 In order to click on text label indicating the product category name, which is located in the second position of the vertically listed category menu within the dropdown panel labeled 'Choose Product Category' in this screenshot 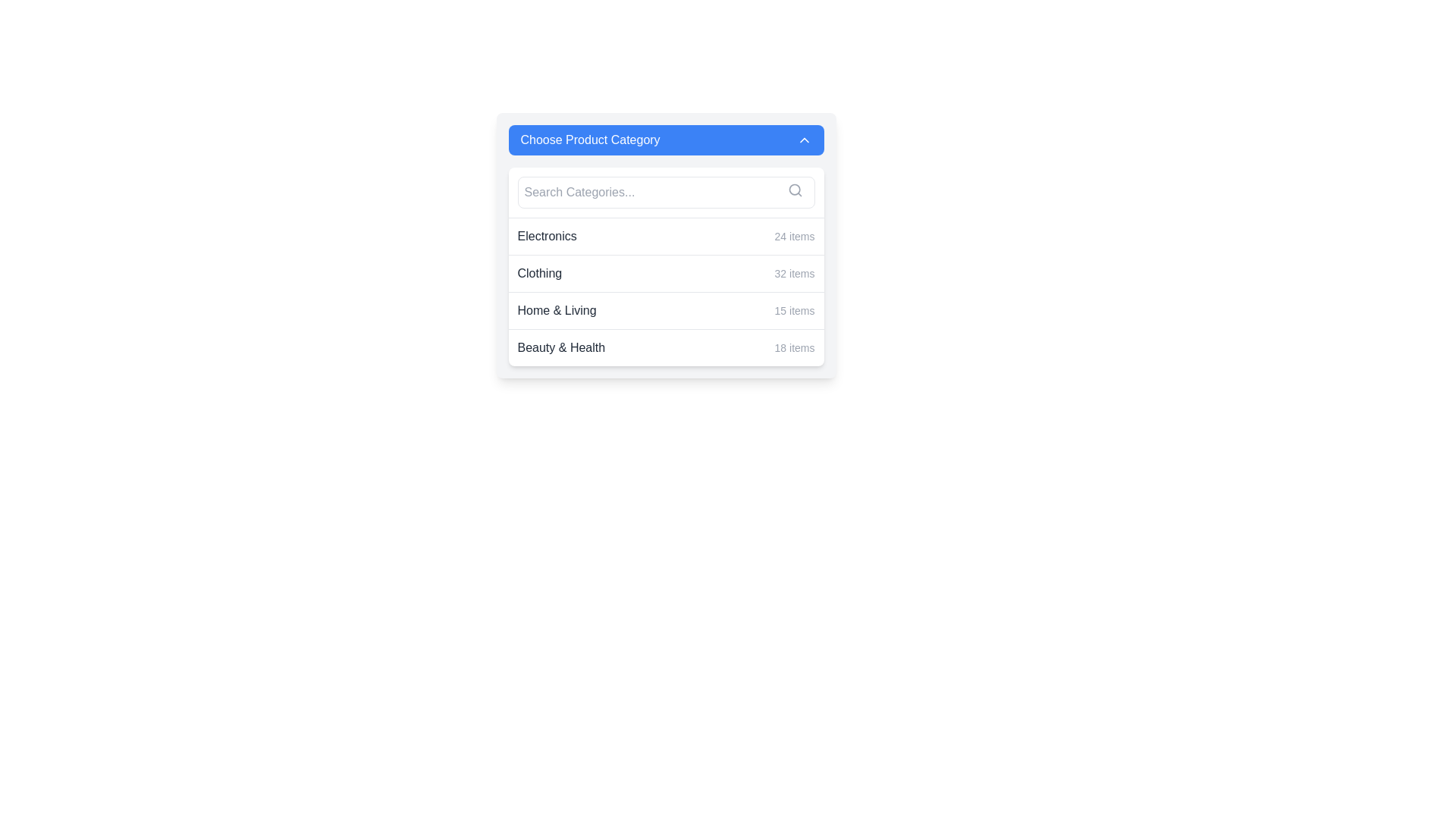, I will do `click(539, 274)`.